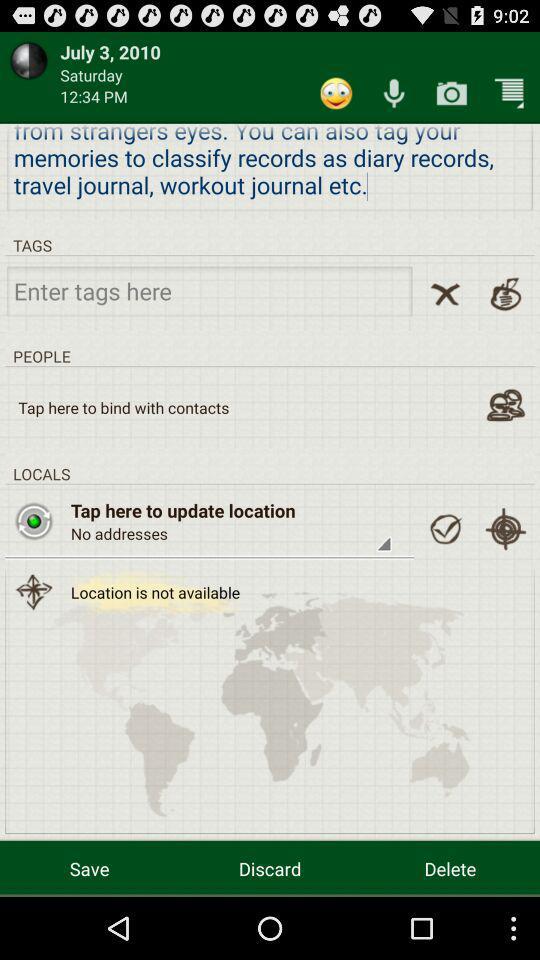  Describe the element at coordinates (504, 528) in the screenshot. I see `current location` at that location.